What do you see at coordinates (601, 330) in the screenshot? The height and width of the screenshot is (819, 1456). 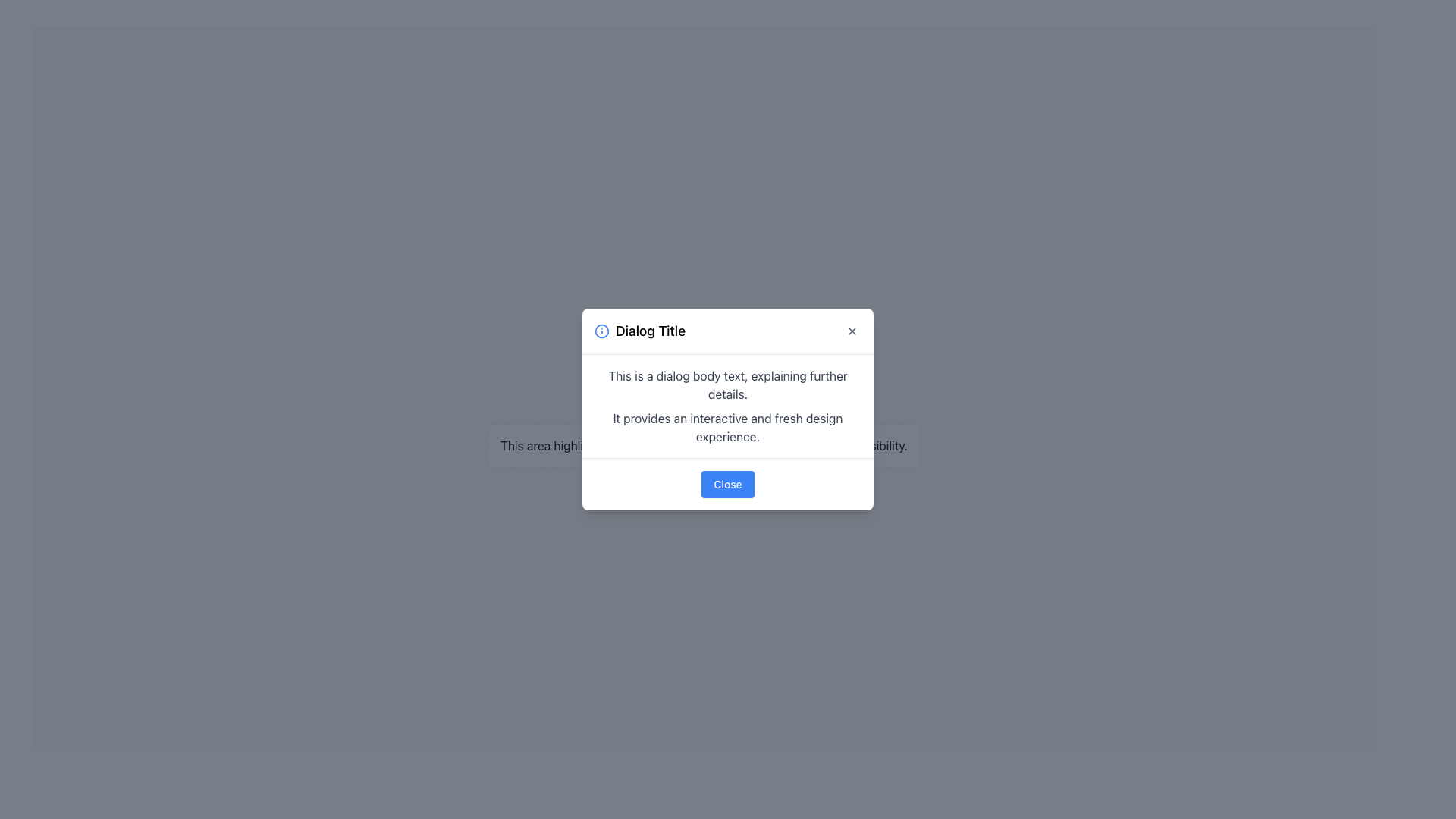 I see `the information indicator icon located at the left-most side of the header section, preceding the text 'Dialog Title'` at bounding box center [601, 330].